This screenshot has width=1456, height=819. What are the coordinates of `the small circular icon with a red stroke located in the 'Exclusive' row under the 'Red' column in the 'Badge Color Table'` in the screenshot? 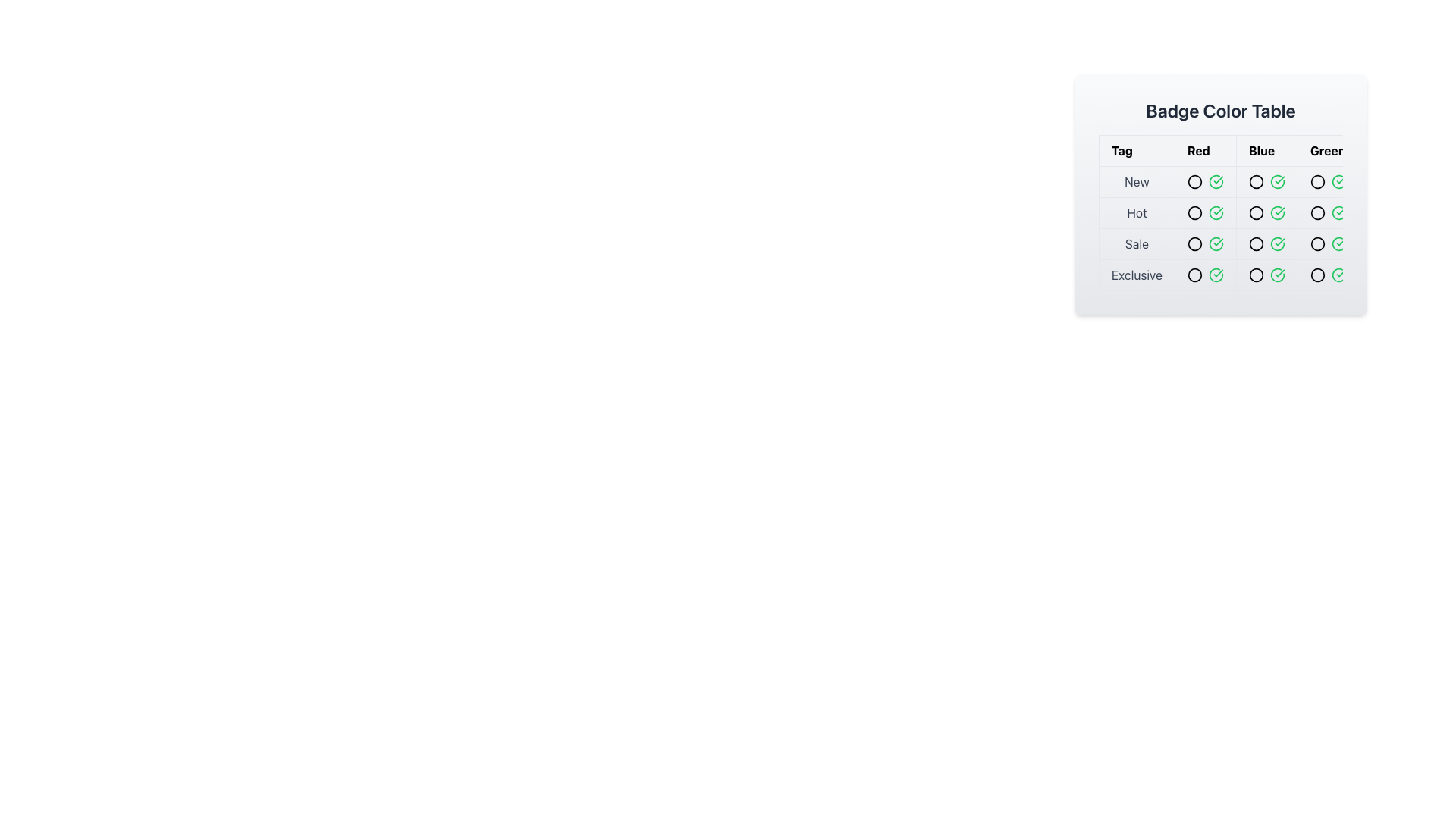 It's located at (1204, 275).